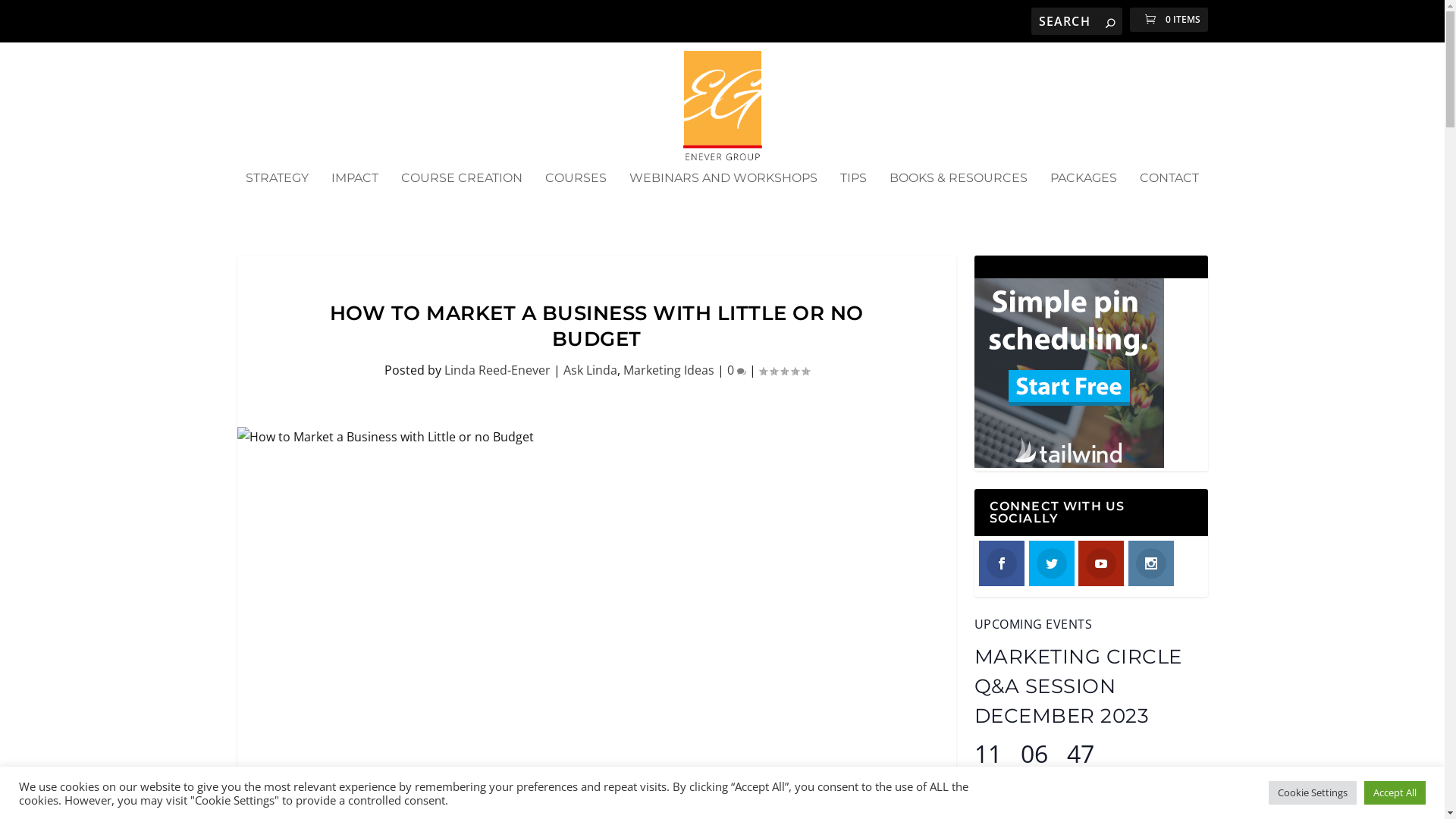  Describe the element at coordinates (668, 370) in the screenshot. I see `'Marketing Ideas'` at that location.